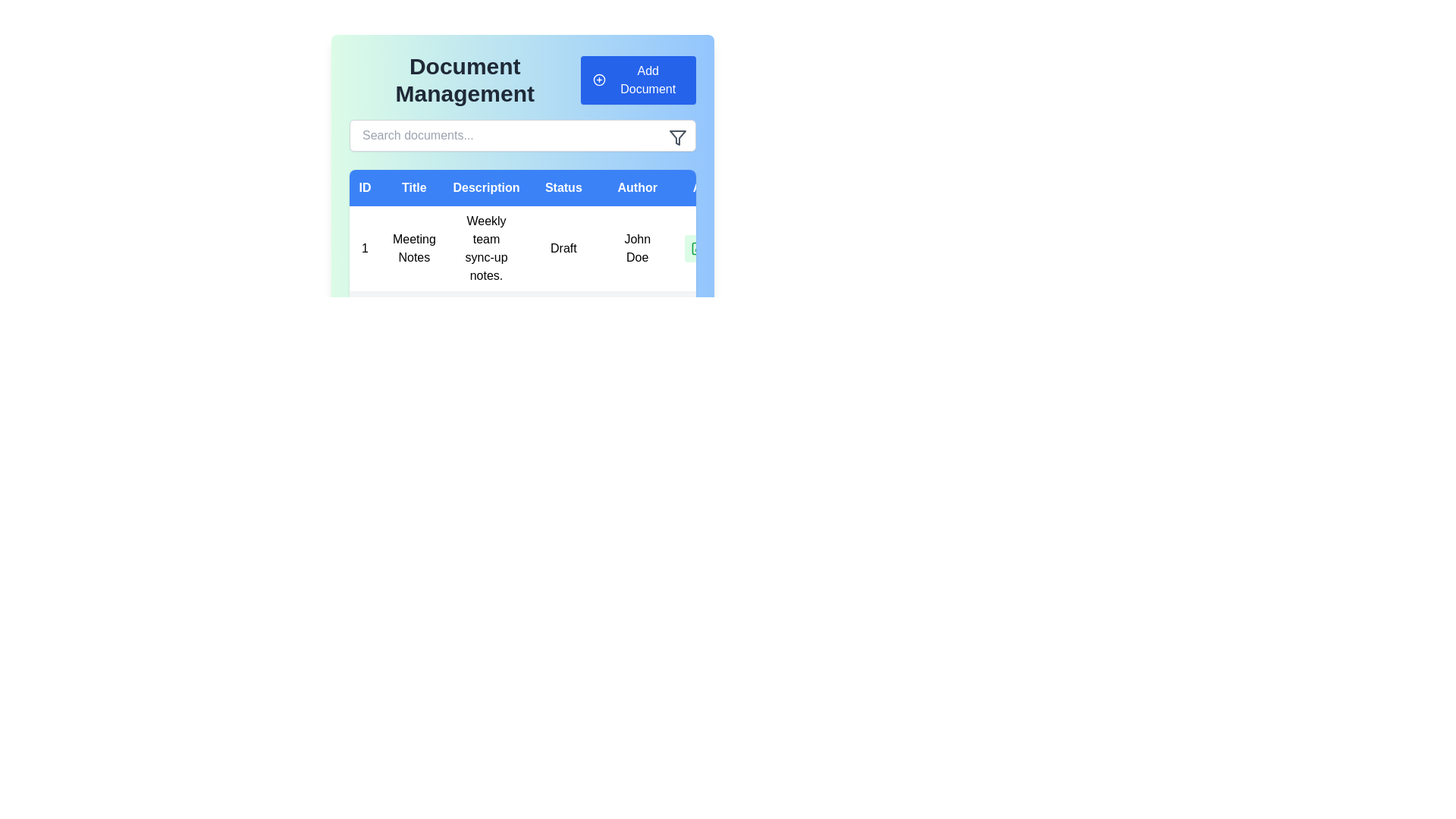  What do you see at coordinates (731, 247) in the screenshot?
I see `the small, square-shaped red button with a trash can icon` at bounding box center [731, 247].